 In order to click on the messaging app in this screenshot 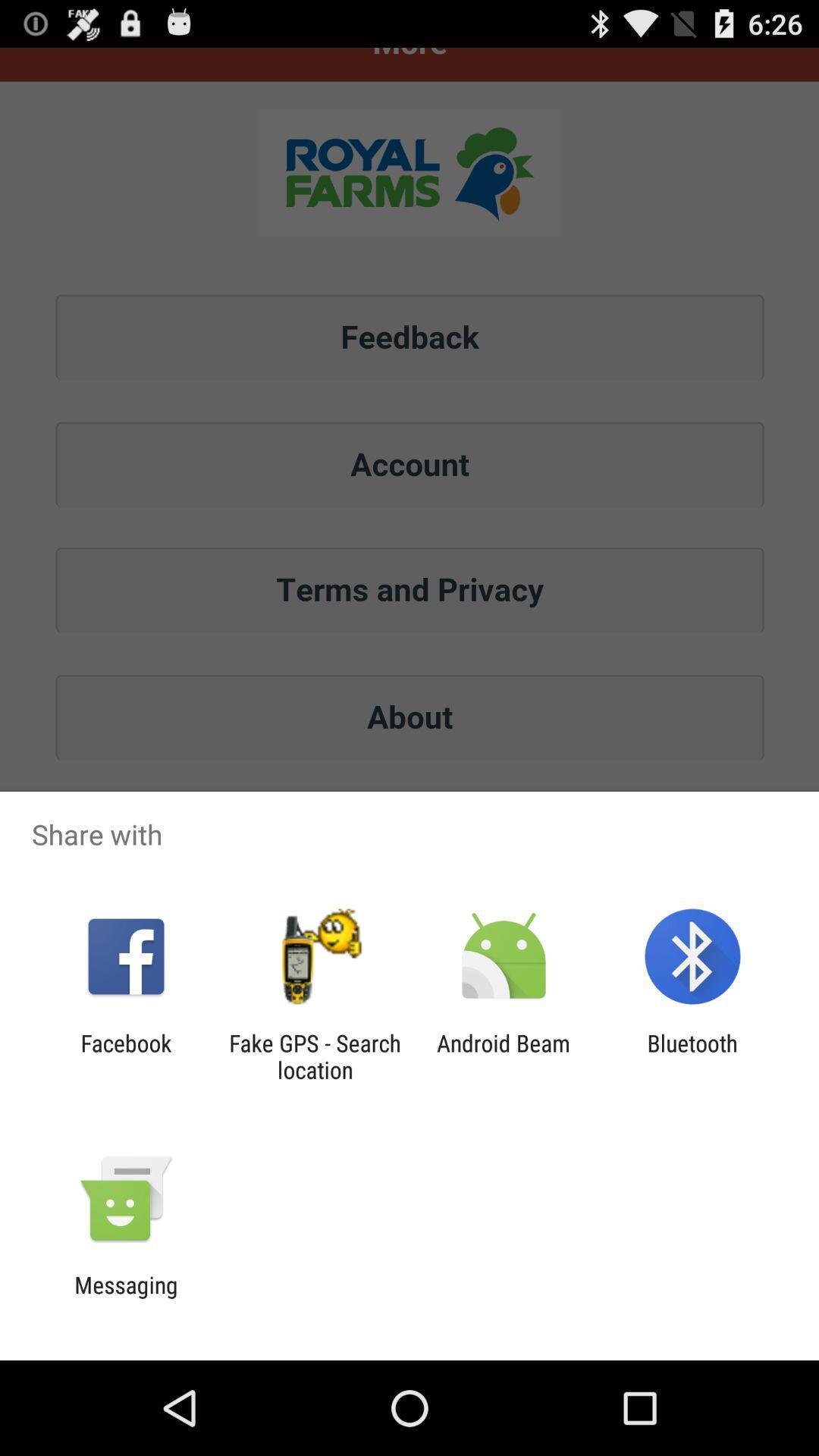, I will do `click(125, 1298)`.